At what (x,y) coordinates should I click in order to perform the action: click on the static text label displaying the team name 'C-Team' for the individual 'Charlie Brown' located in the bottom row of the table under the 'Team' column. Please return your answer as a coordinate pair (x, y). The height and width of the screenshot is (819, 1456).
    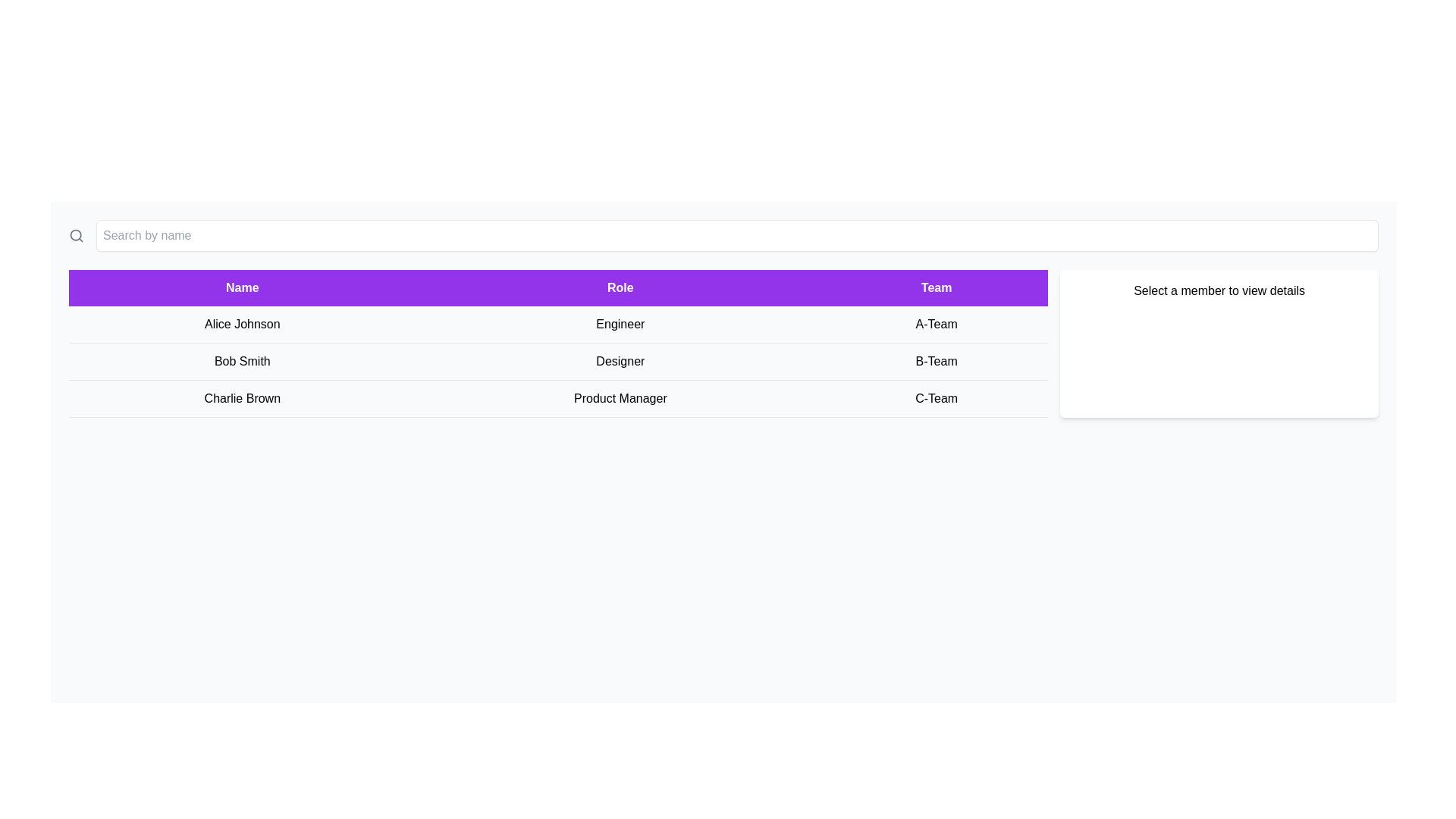
    Looking at the image, I should click on (936, 397).